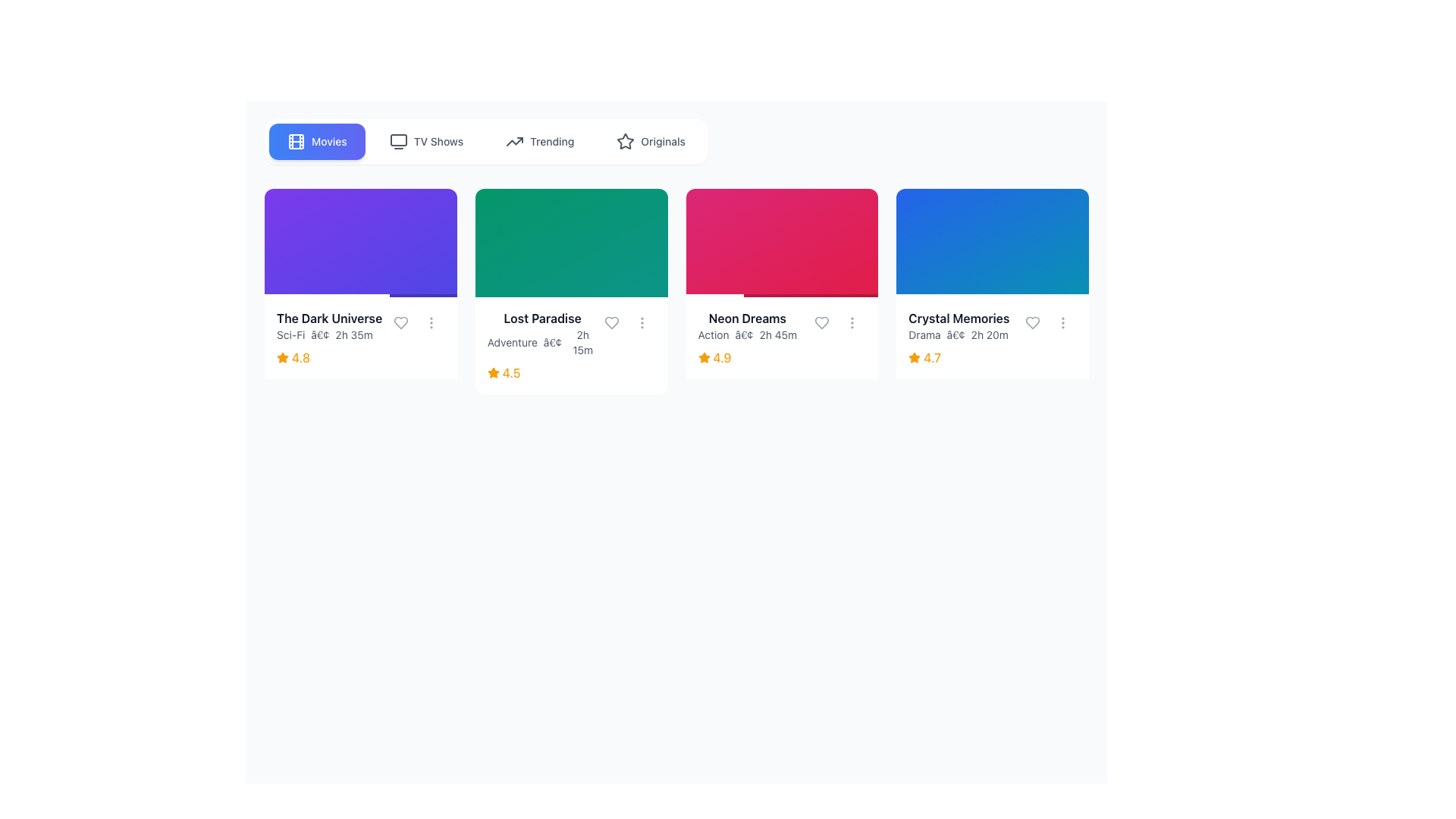  I want to click on the heart-shaped interactive button with an SVG icon located at the top-right corner of the 'Lost Paradise' movie card, so click(611, 322).